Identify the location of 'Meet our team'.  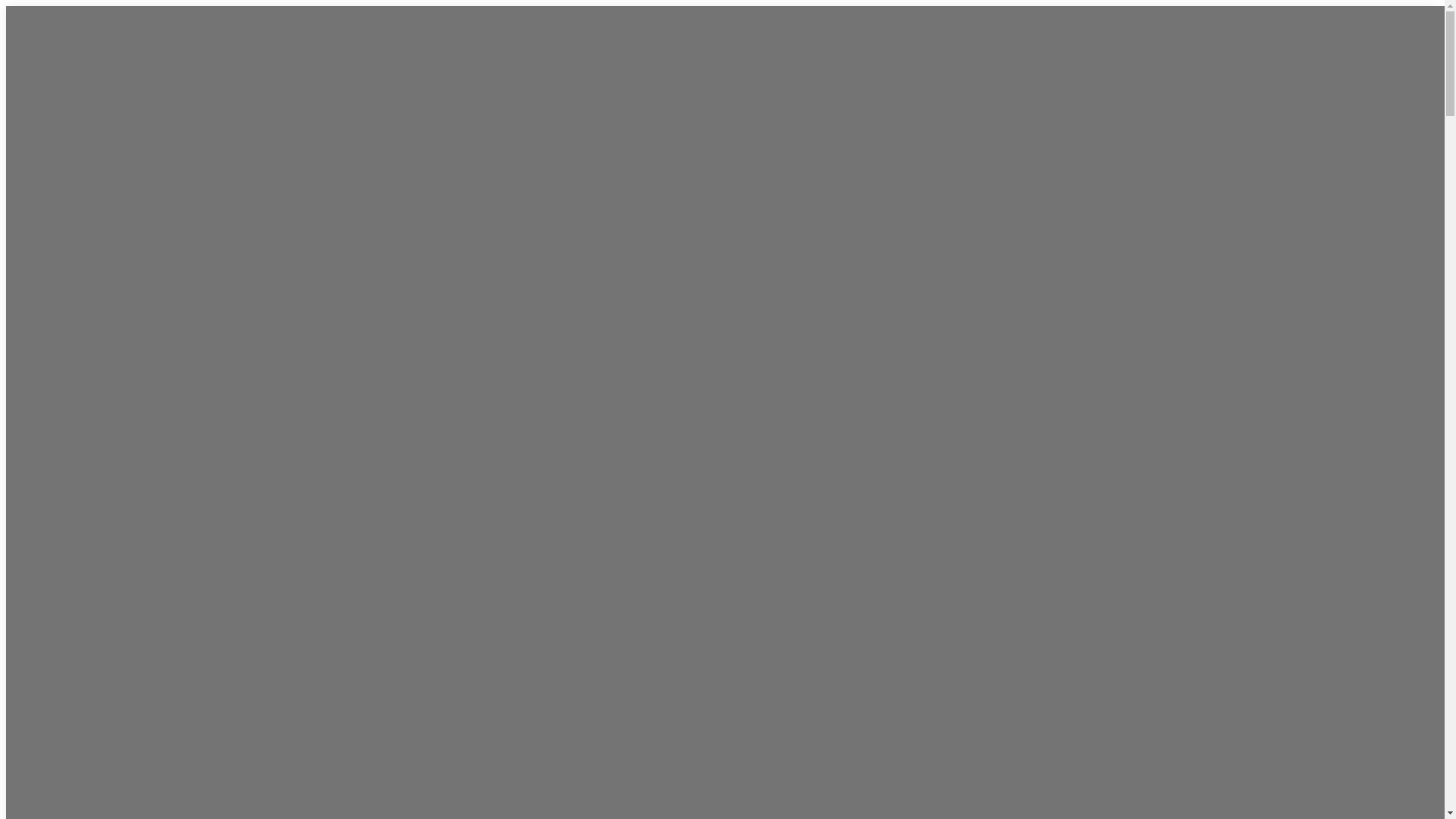
(626, 305).